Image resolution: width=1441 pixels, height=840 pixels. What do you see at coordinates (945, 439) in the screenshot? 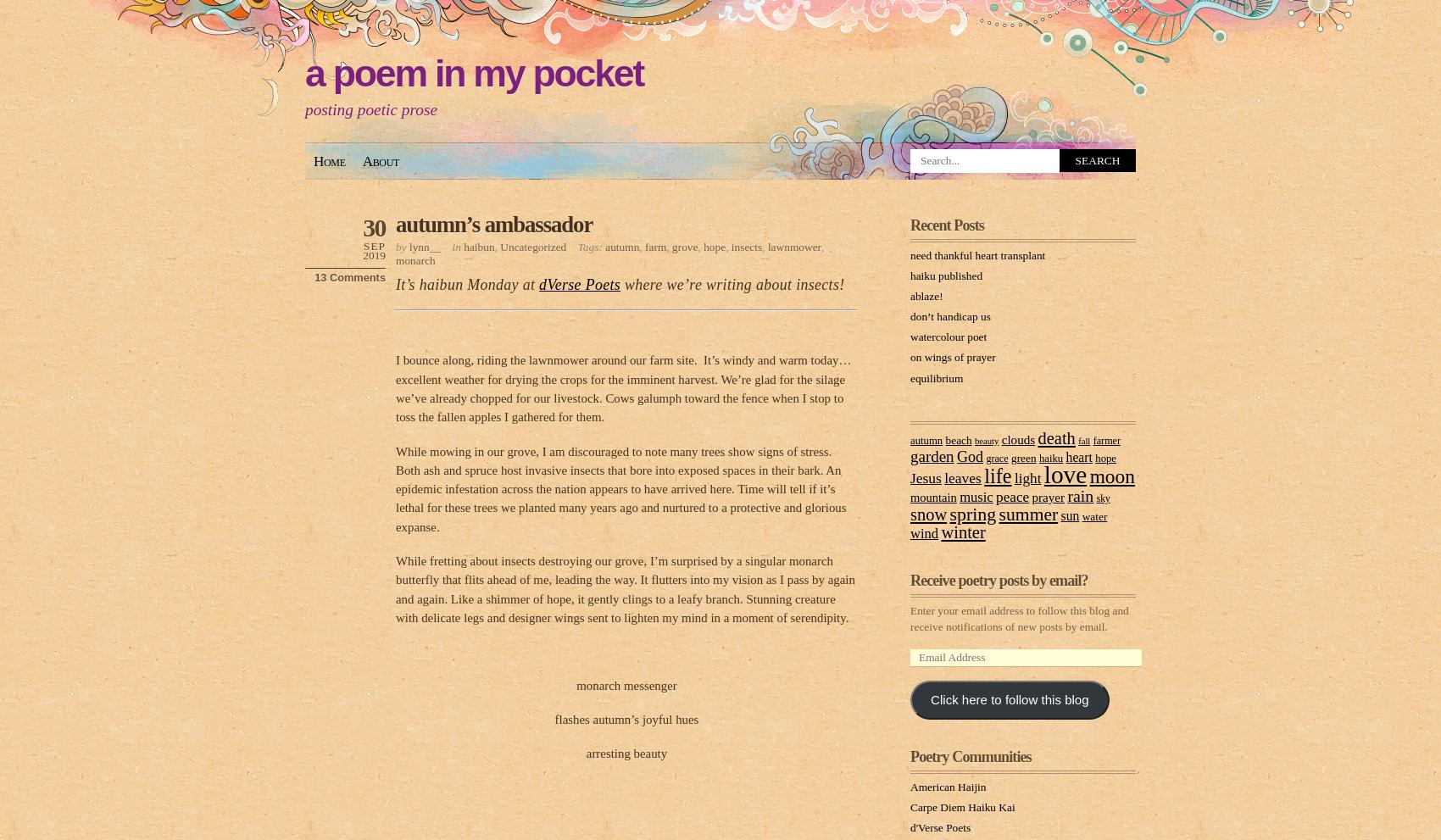
I see `'beach'` at bounding box center [945, 439].